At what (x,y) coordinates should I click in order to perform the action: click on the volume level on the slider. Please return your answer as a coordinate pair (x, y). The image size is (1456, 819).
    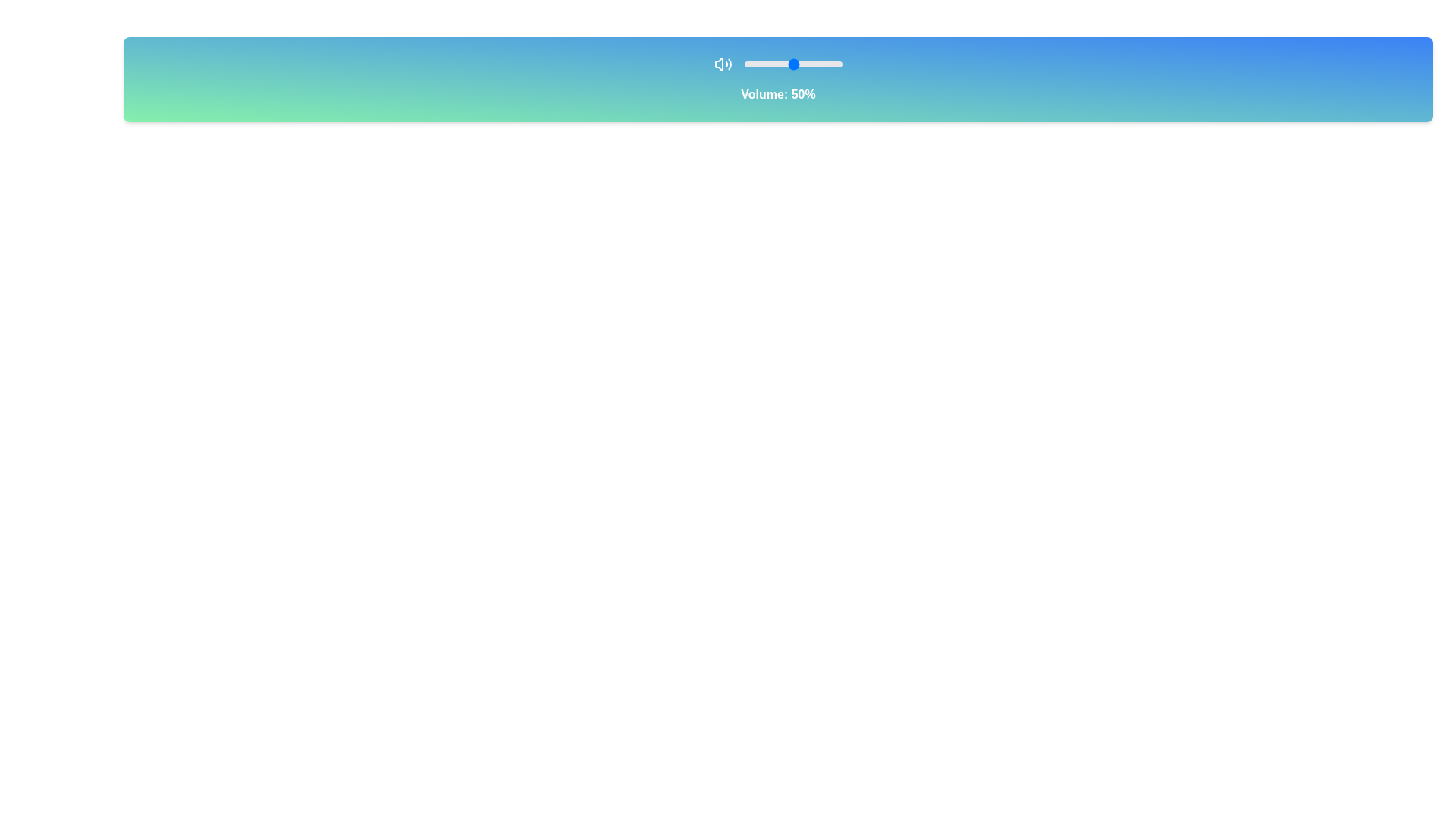
    Looking at the image, I should click on (764, 63).